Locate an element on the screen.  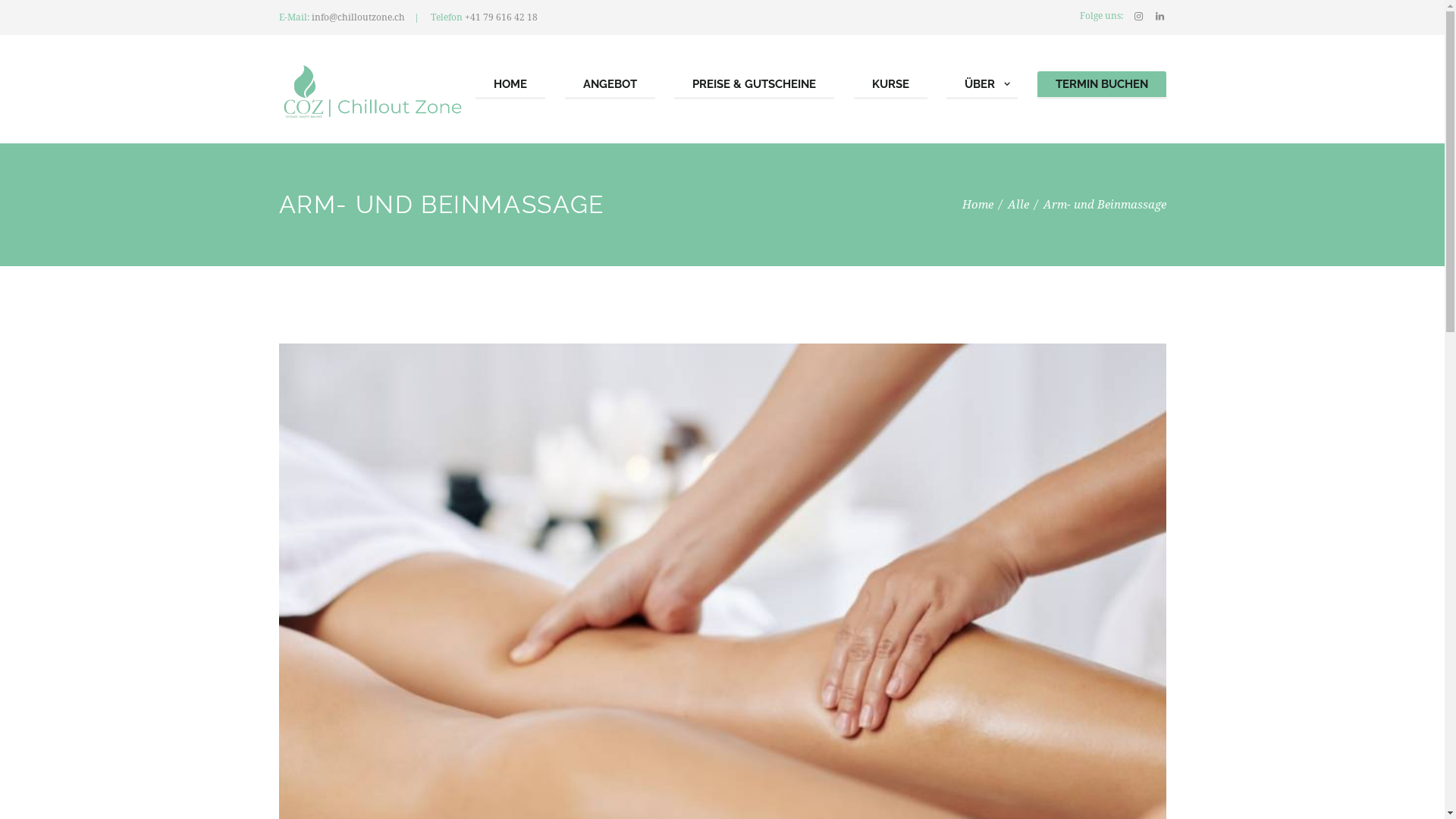
'KURSE' is located at coordinates (890, 85).